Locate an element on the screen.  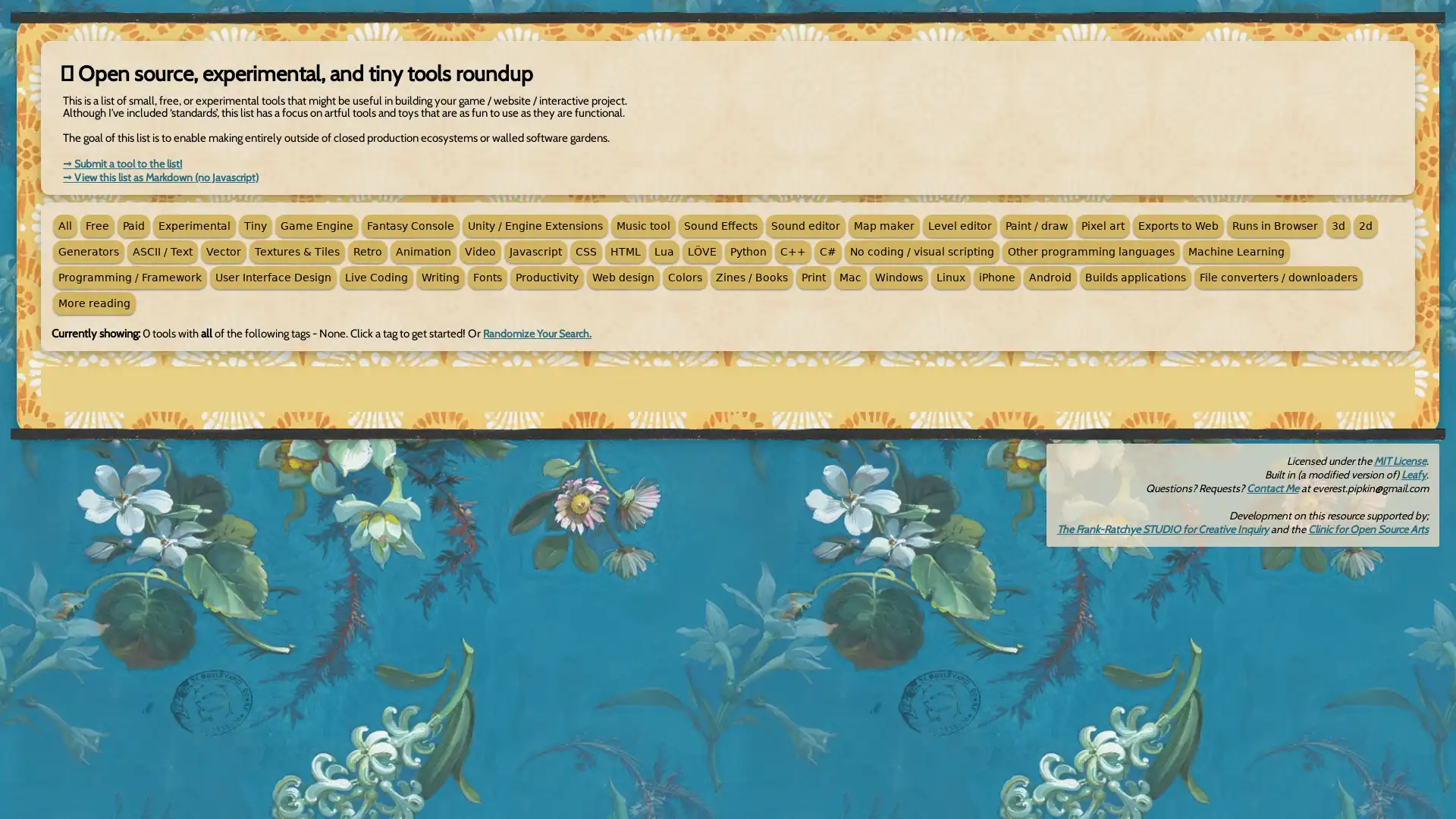
Fantasy Console is located at coordinates (410, 225).